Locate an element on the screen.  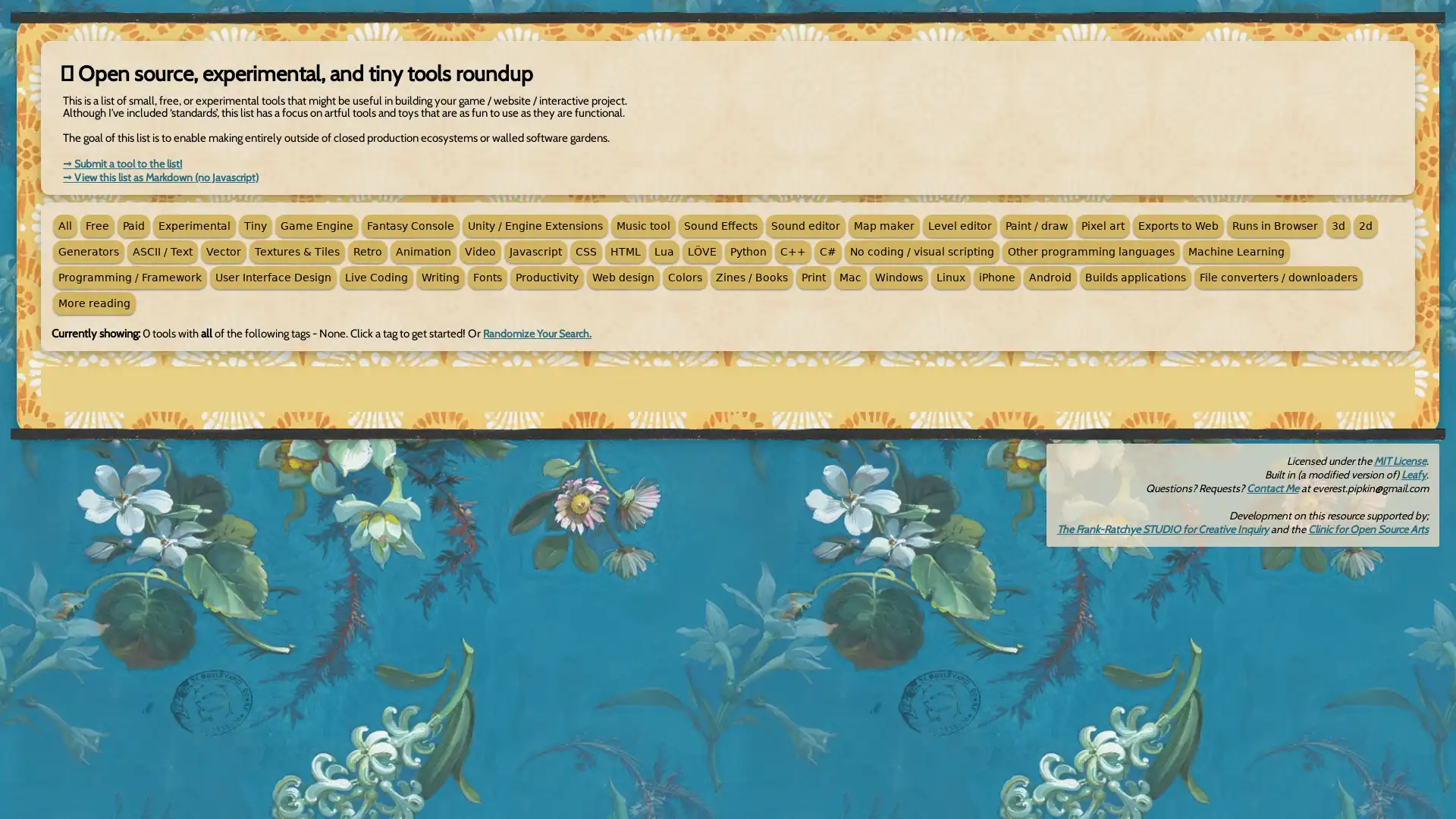
Fantasy Console is located at coordinates (410, 225).